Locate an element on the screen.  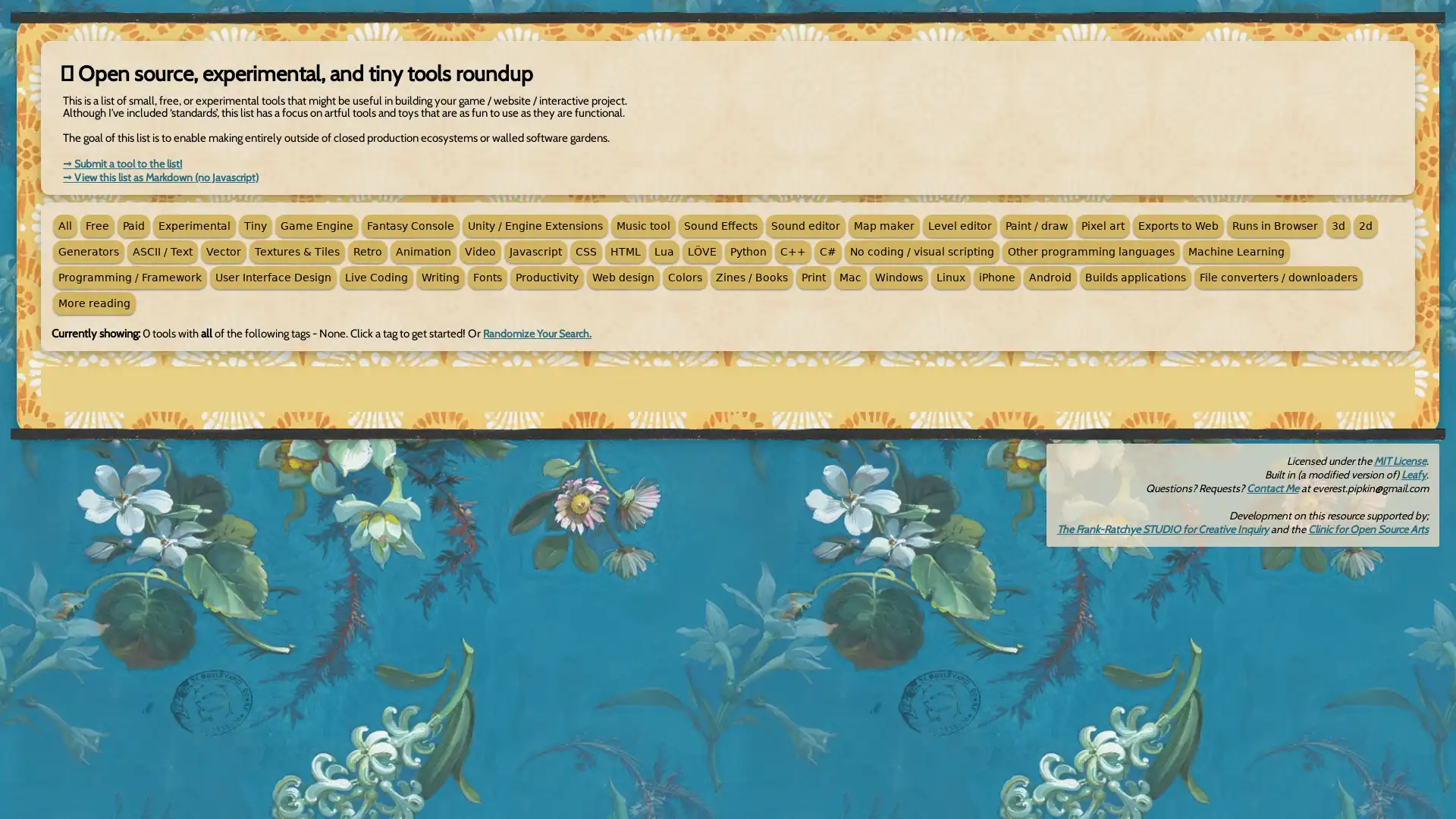
Fantasy Console is located at coordinates (410, 225).